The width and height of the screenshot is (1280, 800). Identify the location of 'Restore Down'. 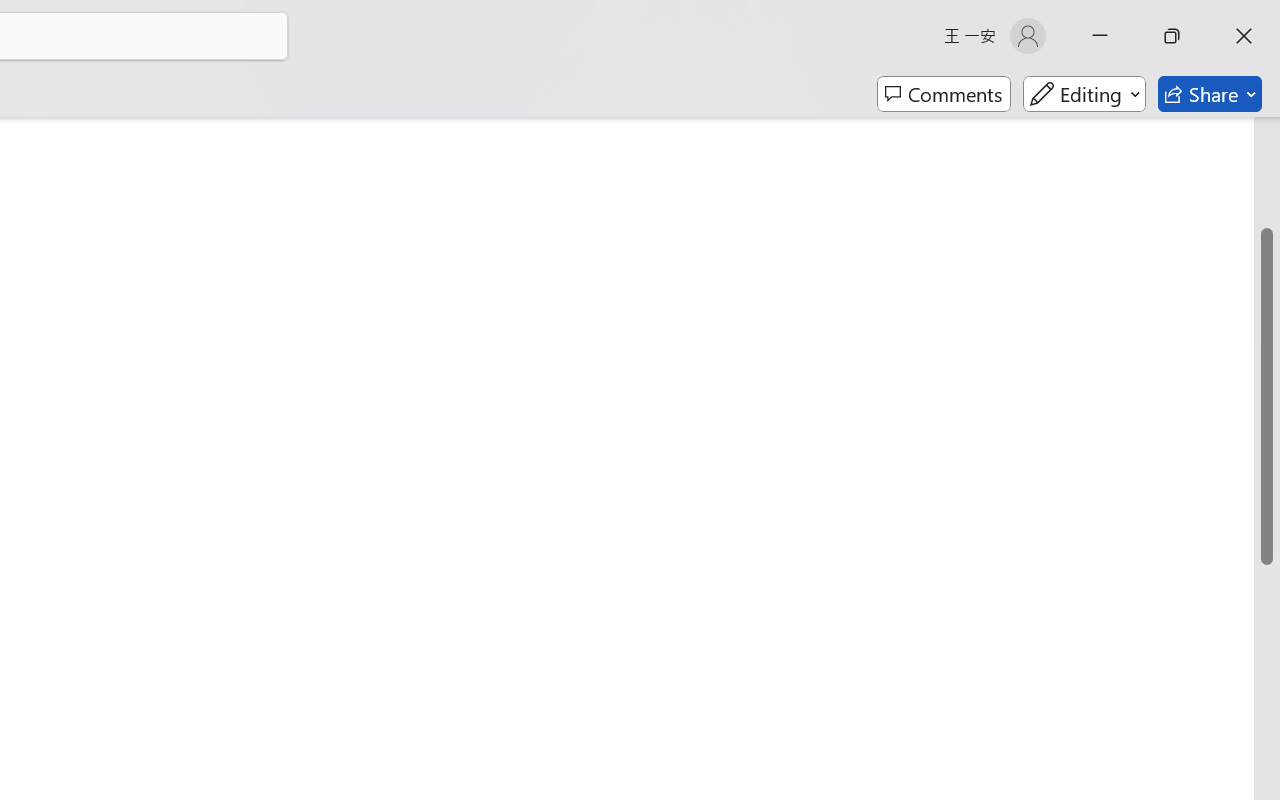
(1172, 35).